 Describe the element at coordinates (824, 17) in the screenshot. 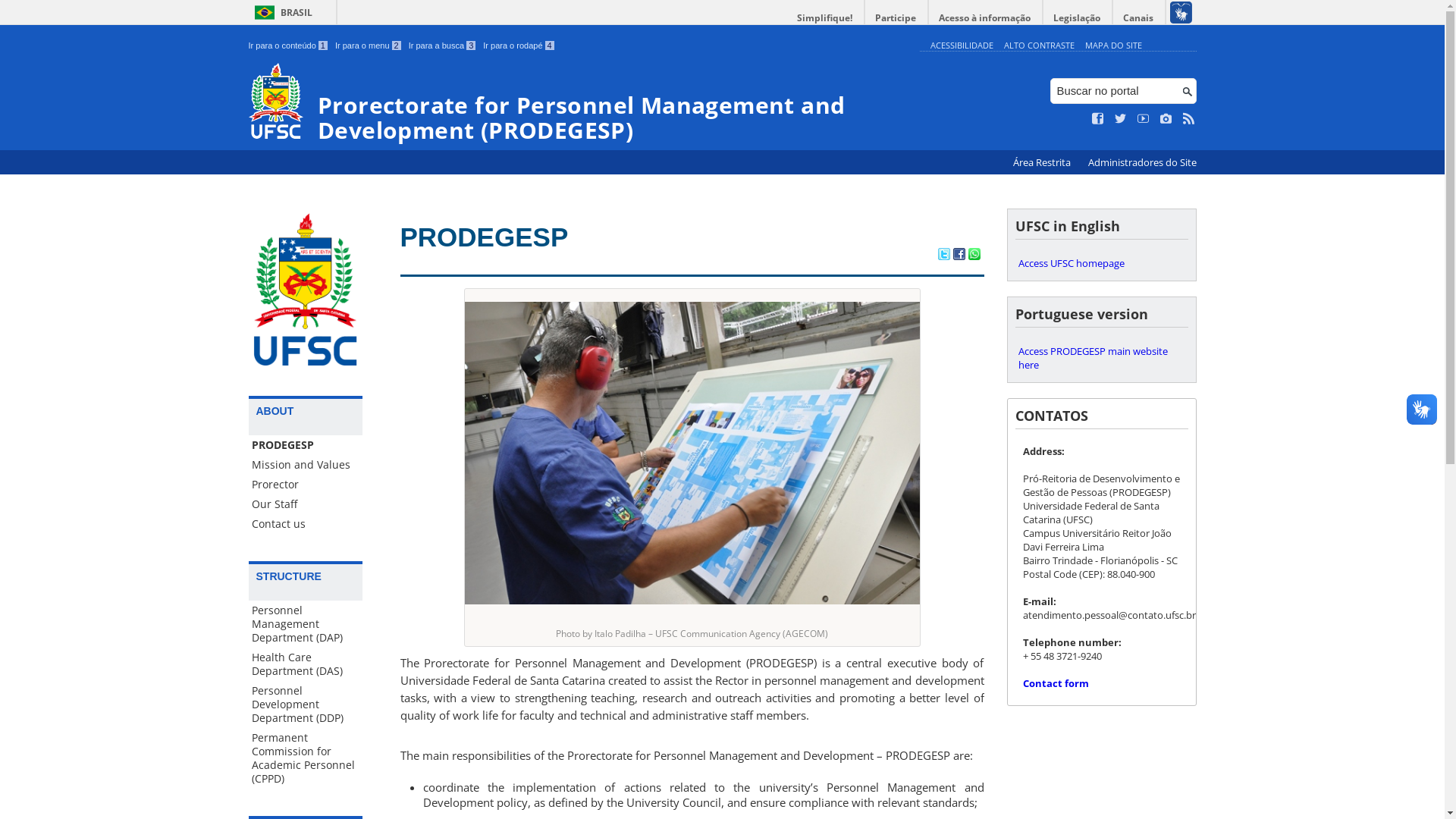

I see `'Simplifique!'` at that location.